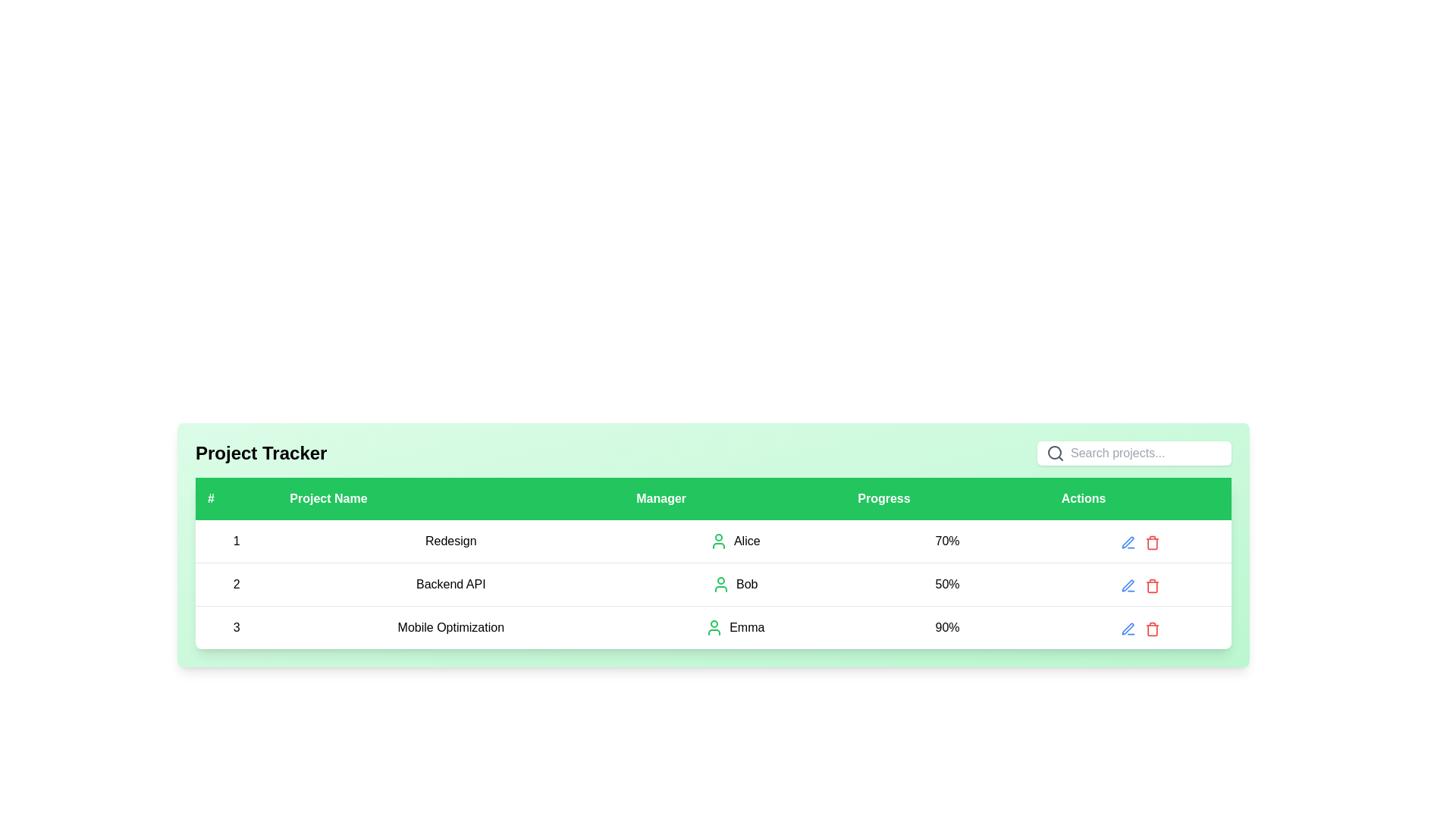  I want to click on the text label representing the project name in the third row of the main table under the 'Project Name' column, so click(450, 627).